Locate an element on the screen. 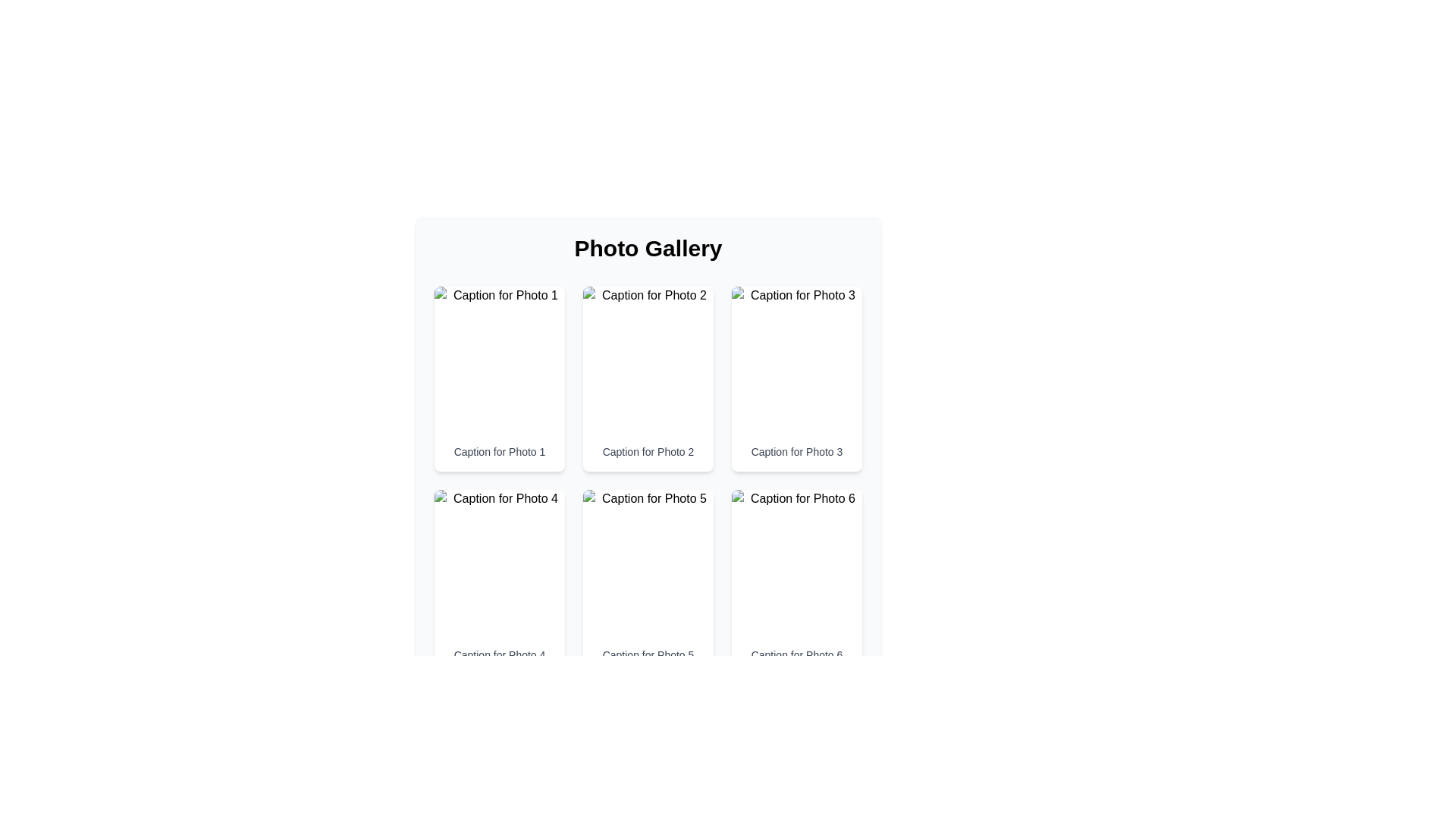  the text label is located at coordinates (648, 451).